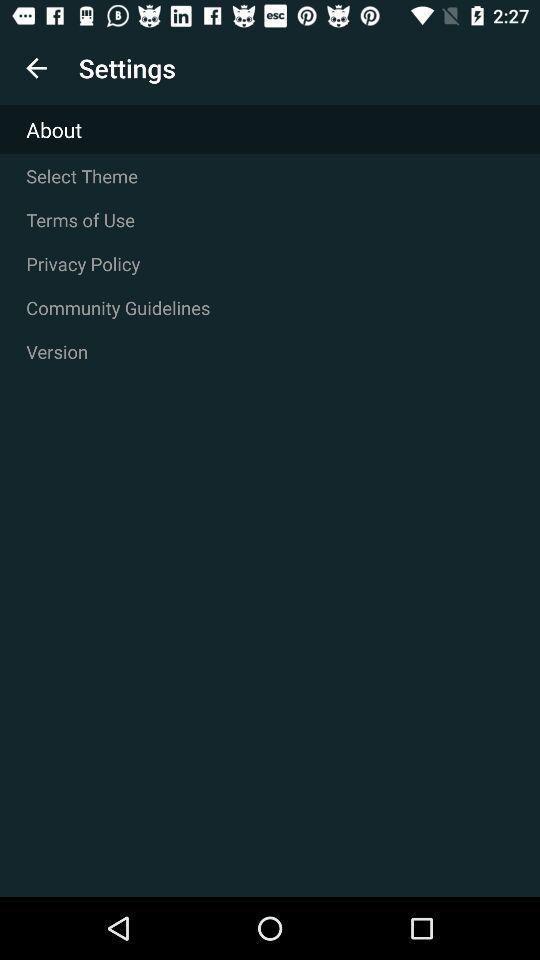 The image size is (540, 960). What do you see at coordinates (270, 128) in the screenshot?
I see `the about` at bounding box center [270, 128].